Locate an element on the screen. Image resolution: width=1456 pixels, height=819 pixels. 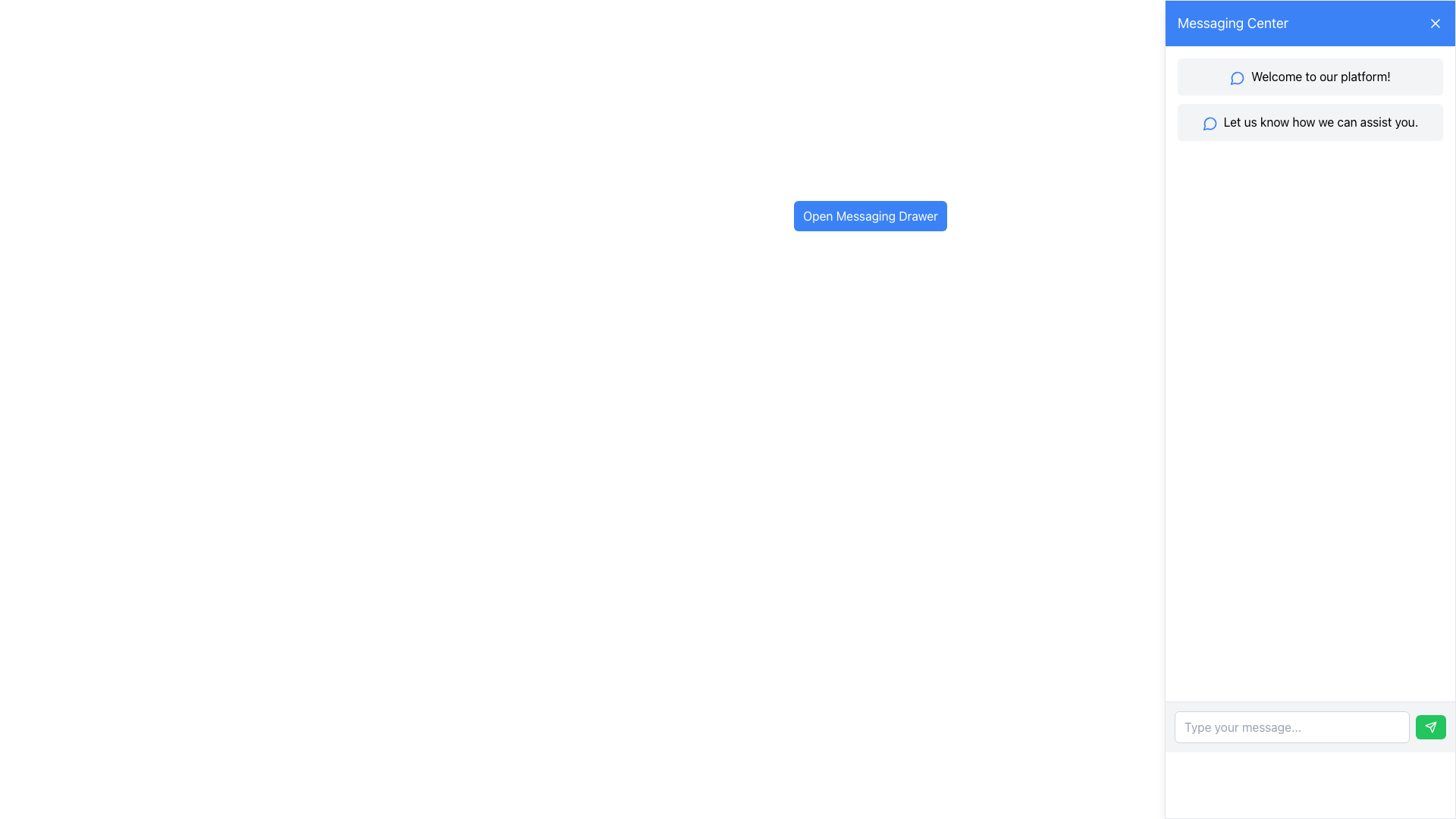
the 'Messaging Center' text label, which is styled in bold white font against a blue background at the top of the right panel is located at coordinates (1233, 23).